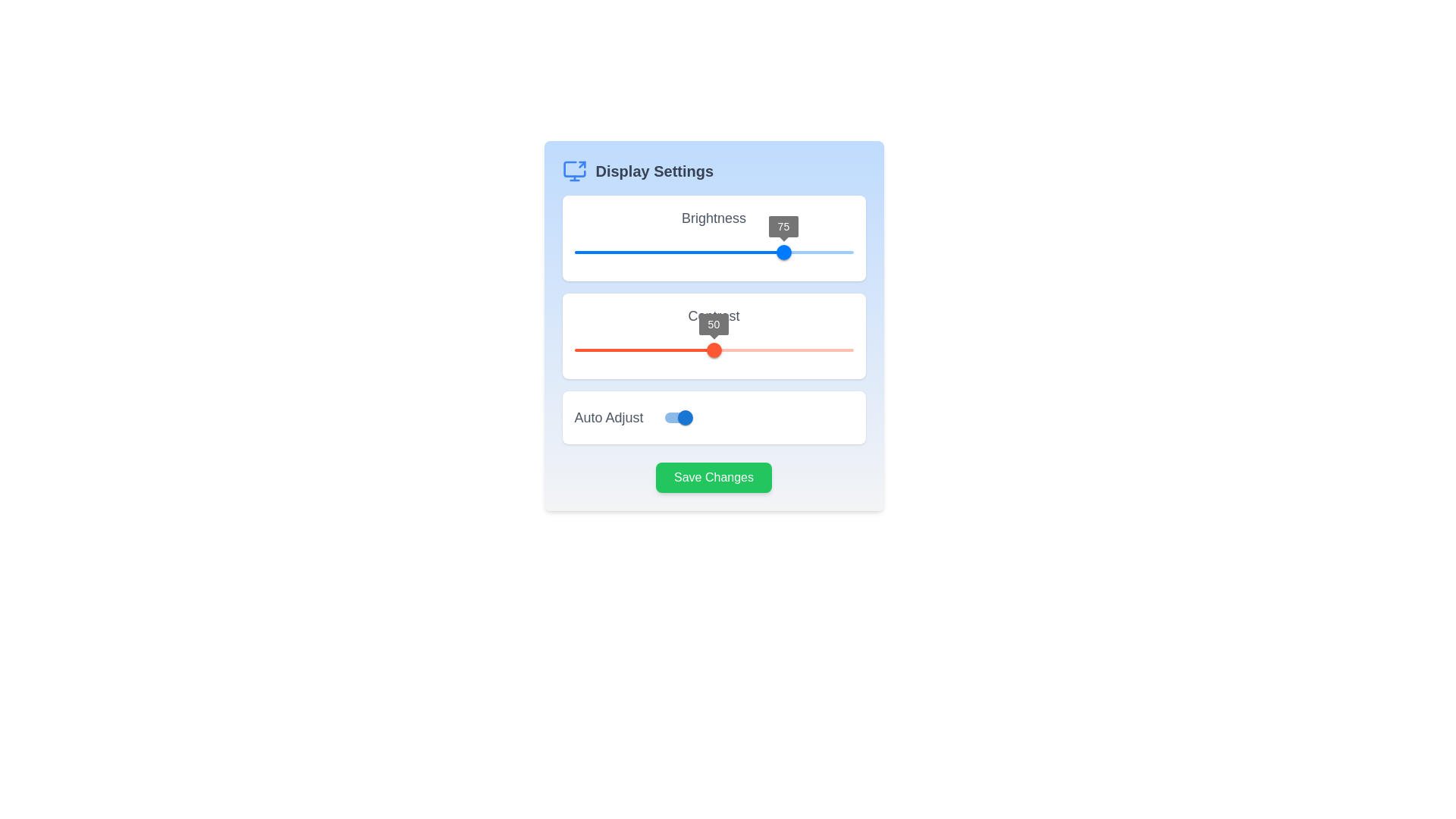 This screenshot has height=819, width=1456. I want to click on contrast slider, so click(814, 350).